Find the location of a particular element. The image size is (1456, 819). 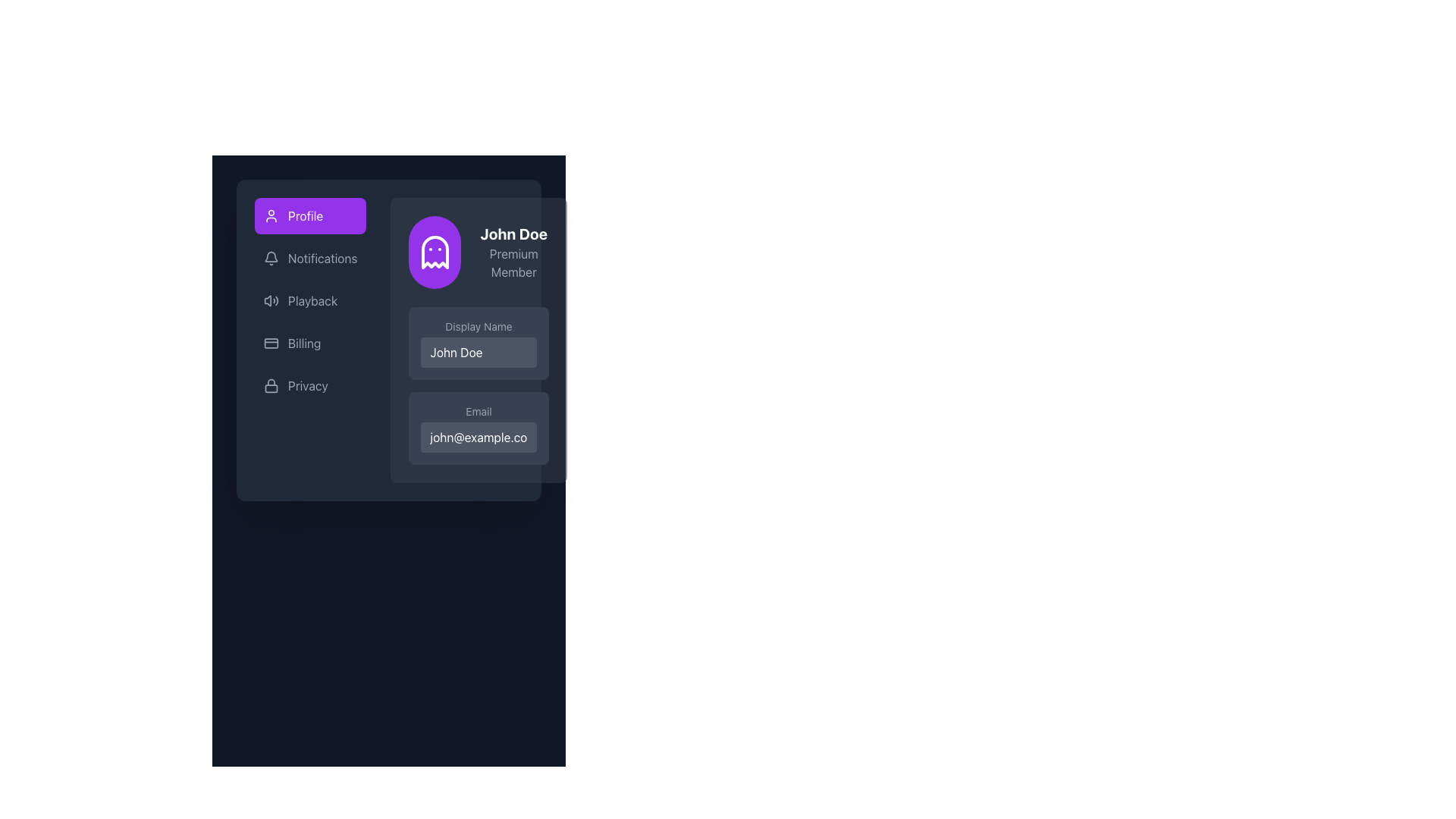

the 'Playback' button, which is styled with a gray text color and features a speaker icon, located between the 'Notifications' and 'Billing' items in the navigation list is located at coordinates (309, 301).